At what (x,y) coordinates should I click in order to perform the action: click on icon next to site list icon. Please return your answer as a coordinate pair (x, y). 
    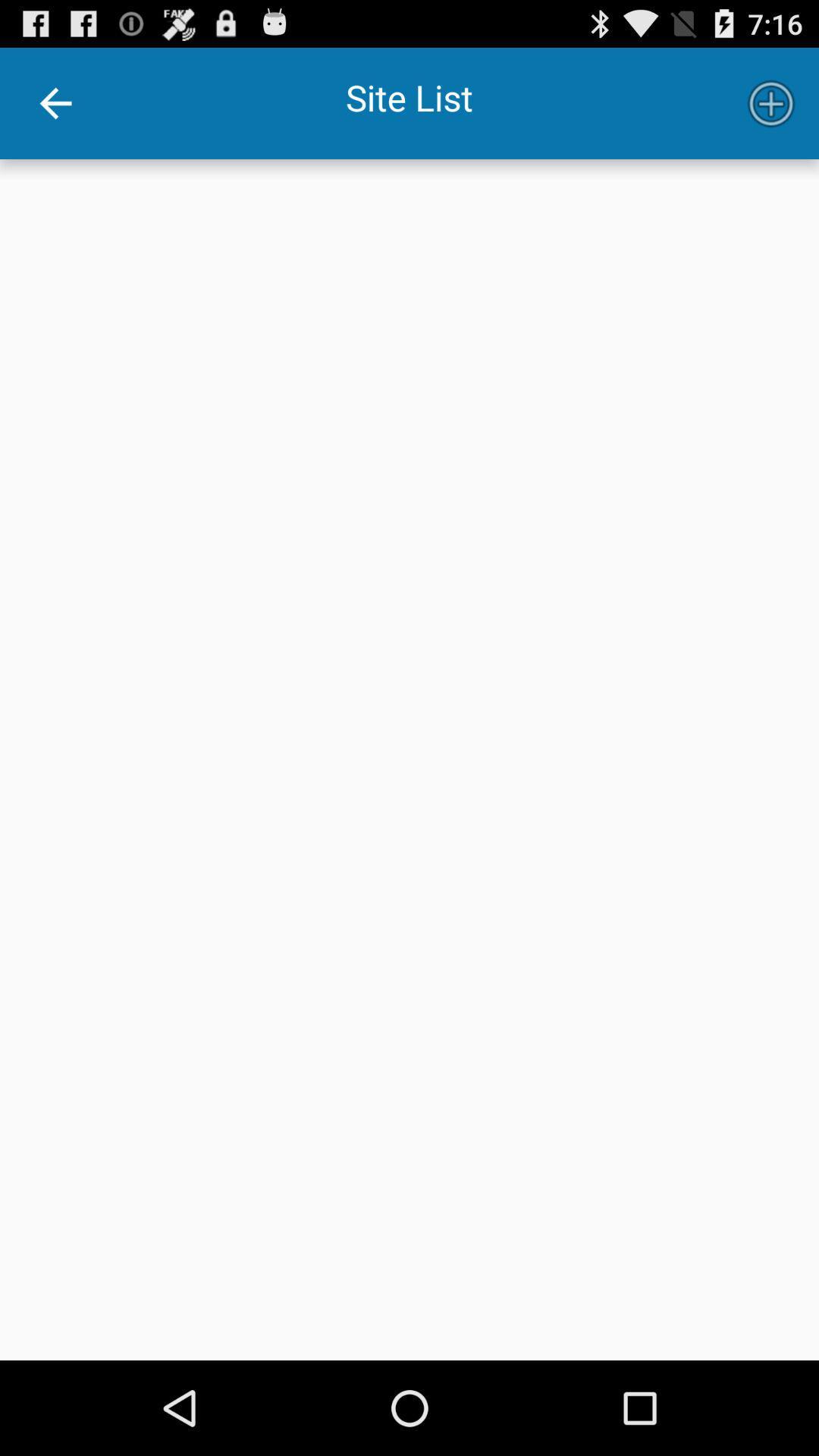
    Looking at the image, I should click on (771, 102).